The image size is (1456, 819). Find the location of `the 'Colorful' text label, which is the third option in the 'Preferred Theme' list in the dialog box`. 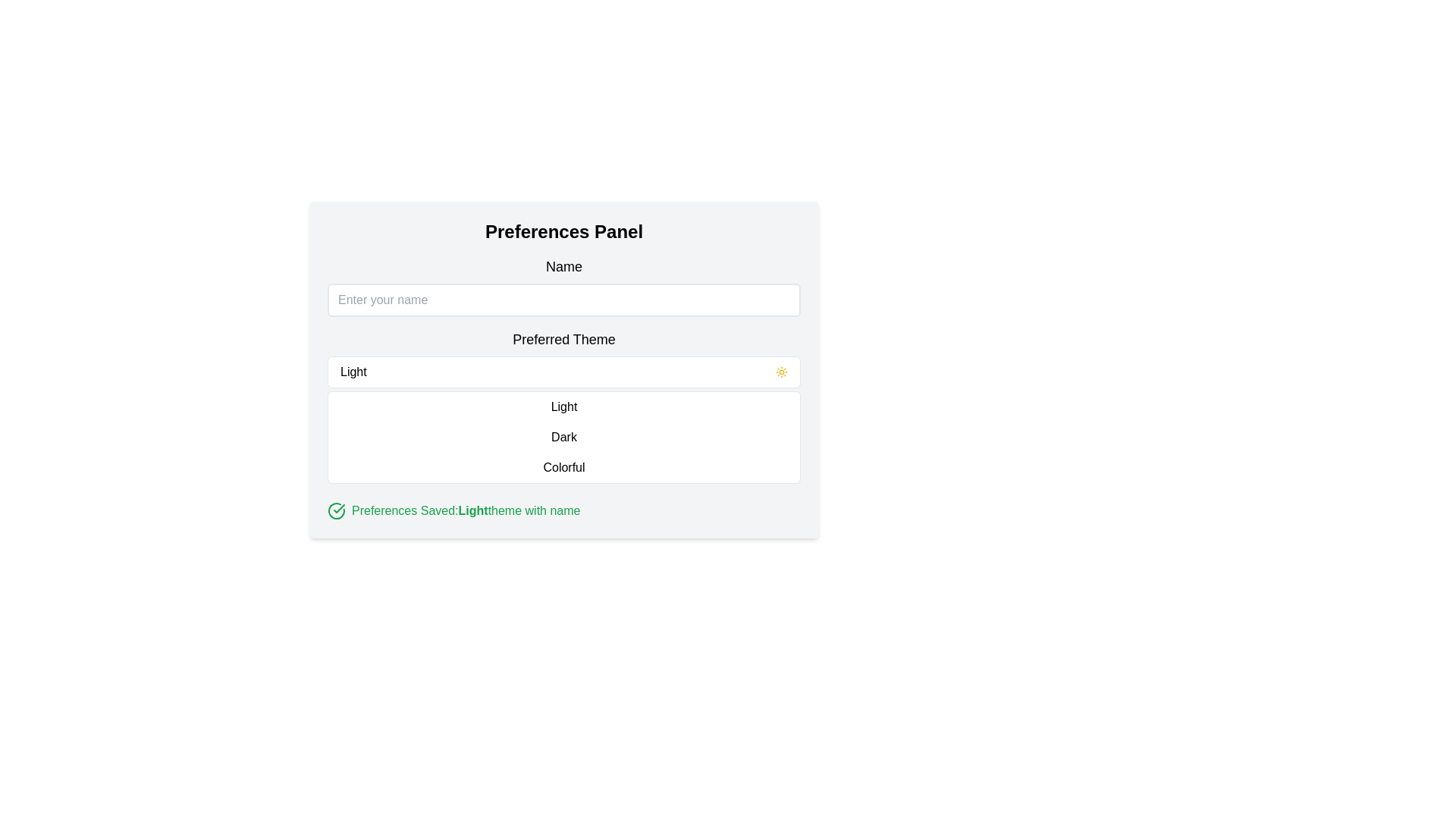

the 'Colorful' text label, which is the third option in the 'Preferred Theme' list in the dialog box is located at coordinates (563, 467).